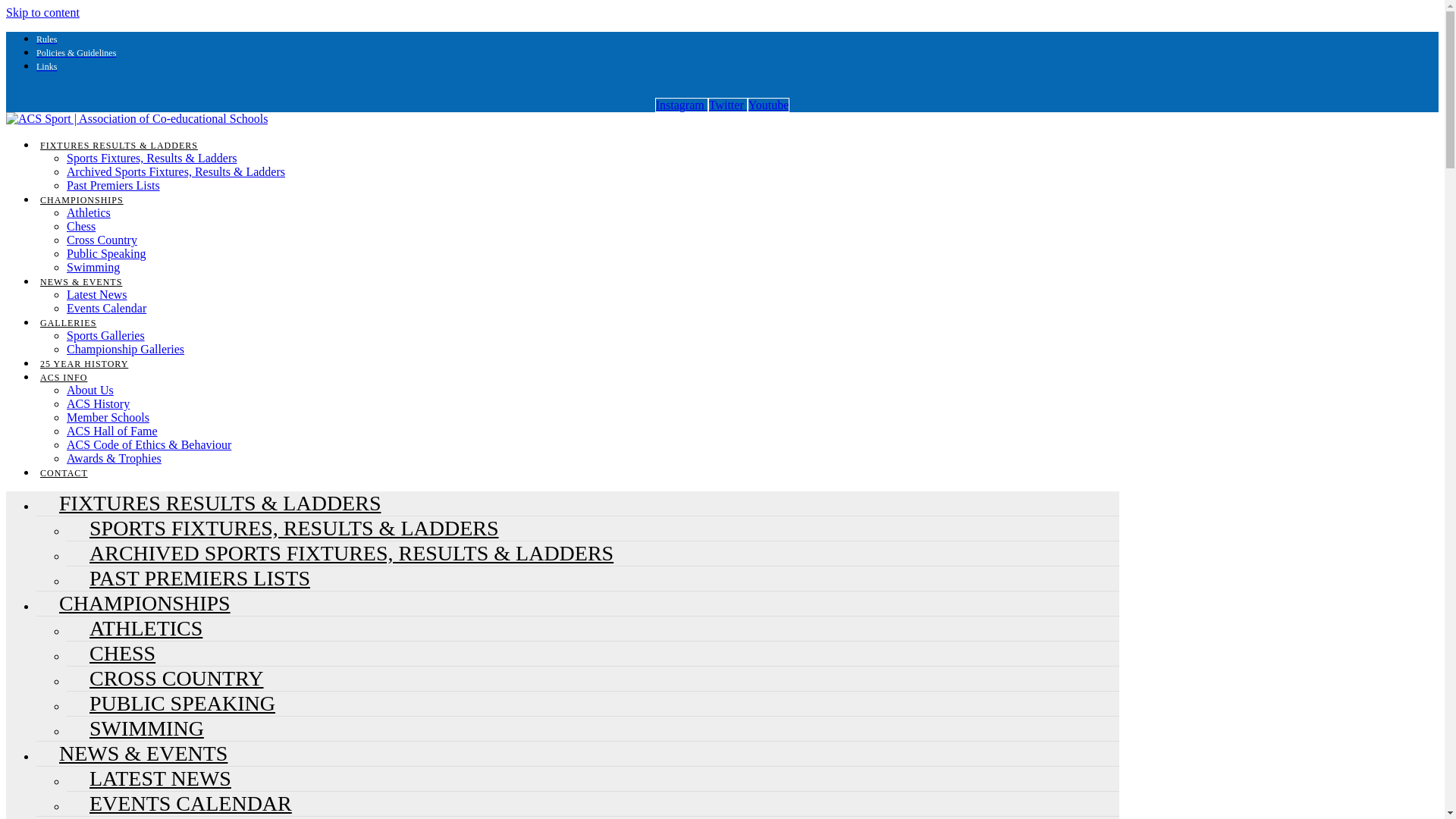 The height and width of the screenshot is (819, 1456). I want to click on 'ATHLETICS', so click(134, 628).